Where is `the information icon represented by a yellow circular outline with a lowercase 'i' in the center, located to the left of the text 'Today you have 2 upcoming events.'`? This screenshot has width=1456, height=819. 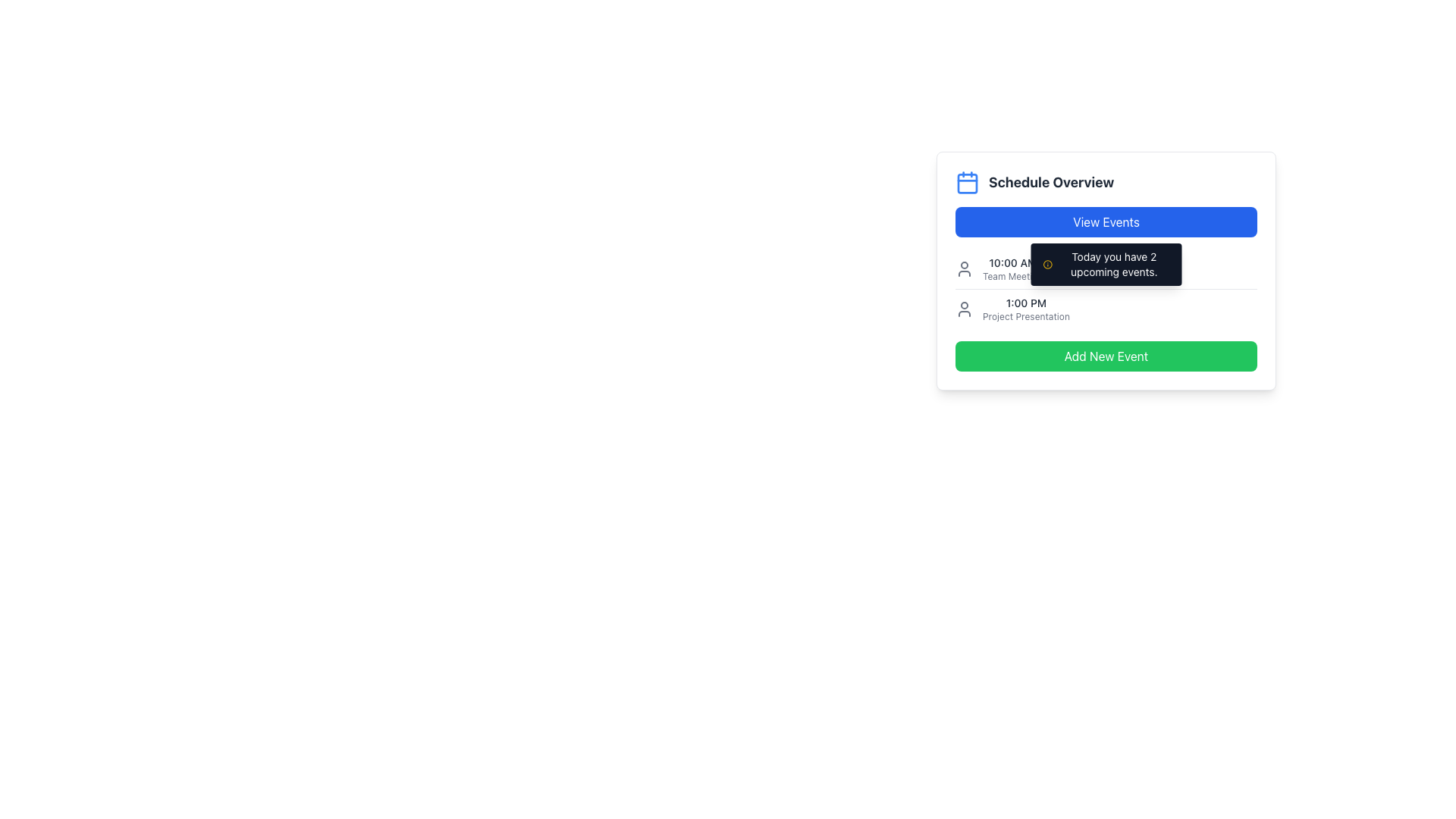
the information icon represented by a yellow circular outline with a lowercase 'i' in the center, located to the left of the text 'Today you have 2 upcoming events.' is located at coordinates (1046, 263).